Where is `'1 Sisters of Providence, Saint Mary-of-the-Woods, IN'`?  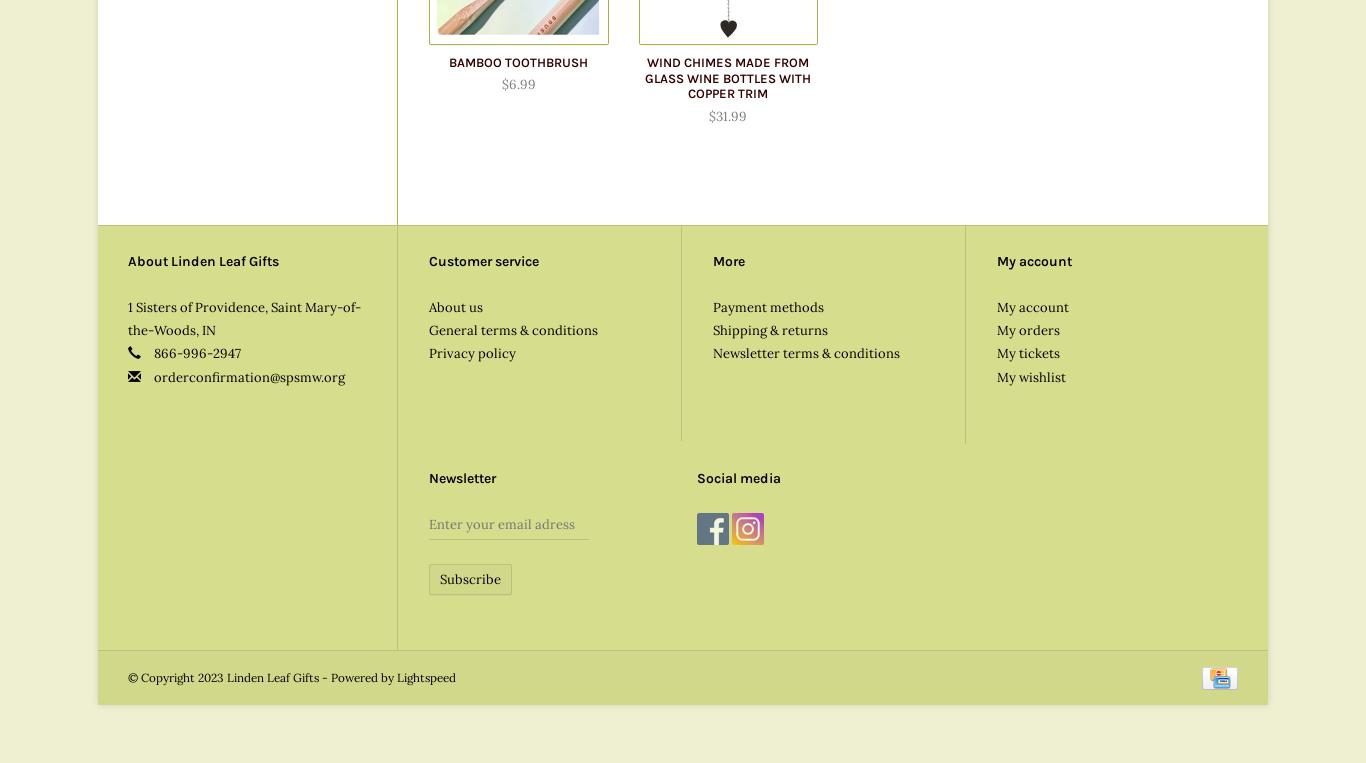
'1 Sisters of Providence, Saint Mary-of-the-Woods, IN' is located at coordinates (244, 318).